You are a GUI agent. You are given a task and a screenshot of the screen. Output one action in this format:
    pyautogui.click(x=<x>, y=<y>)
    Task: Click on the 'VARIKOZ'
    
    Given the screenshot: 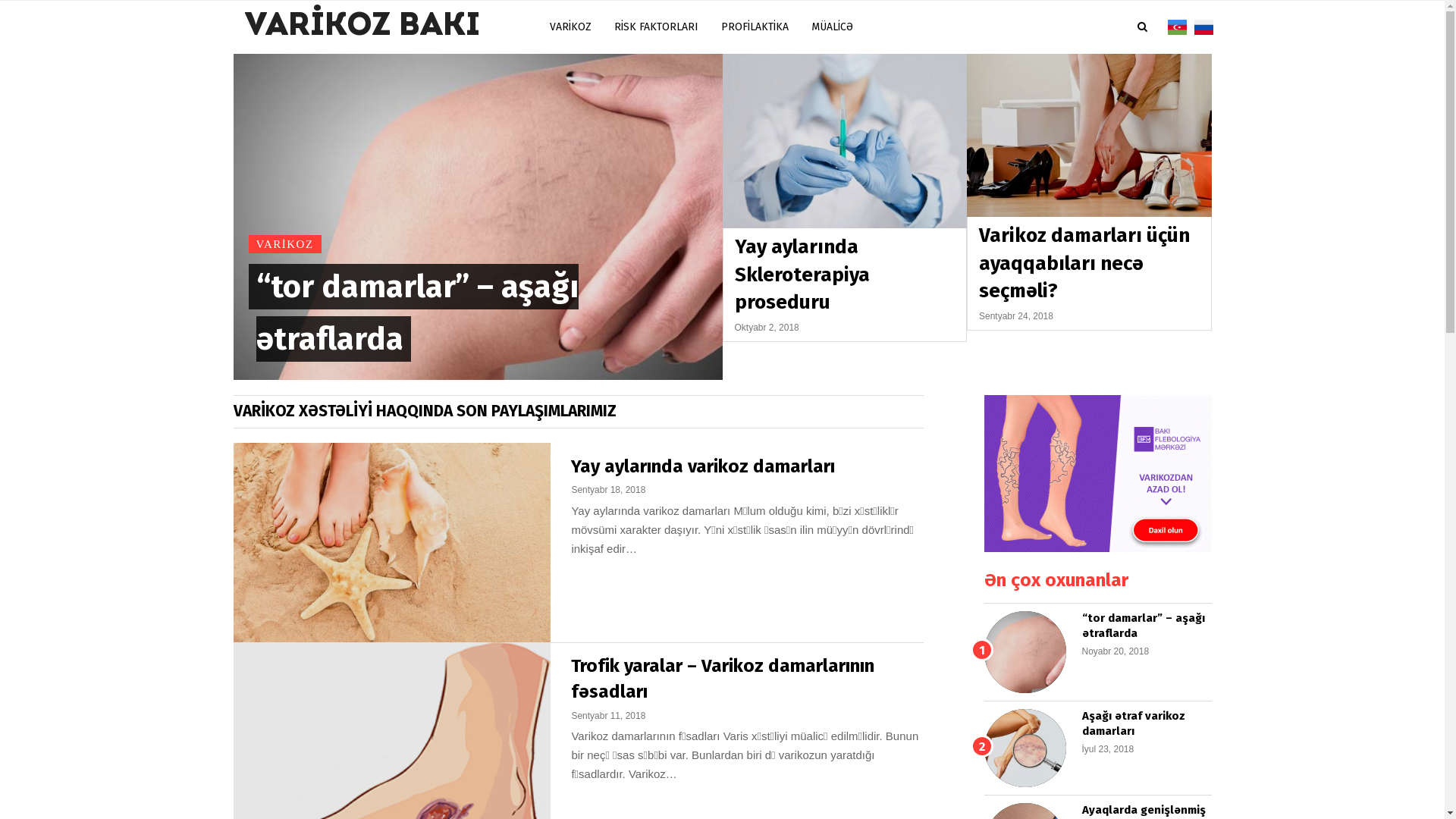 What is the action you would take?
    pyautogui.click(x=284, y=243)
    